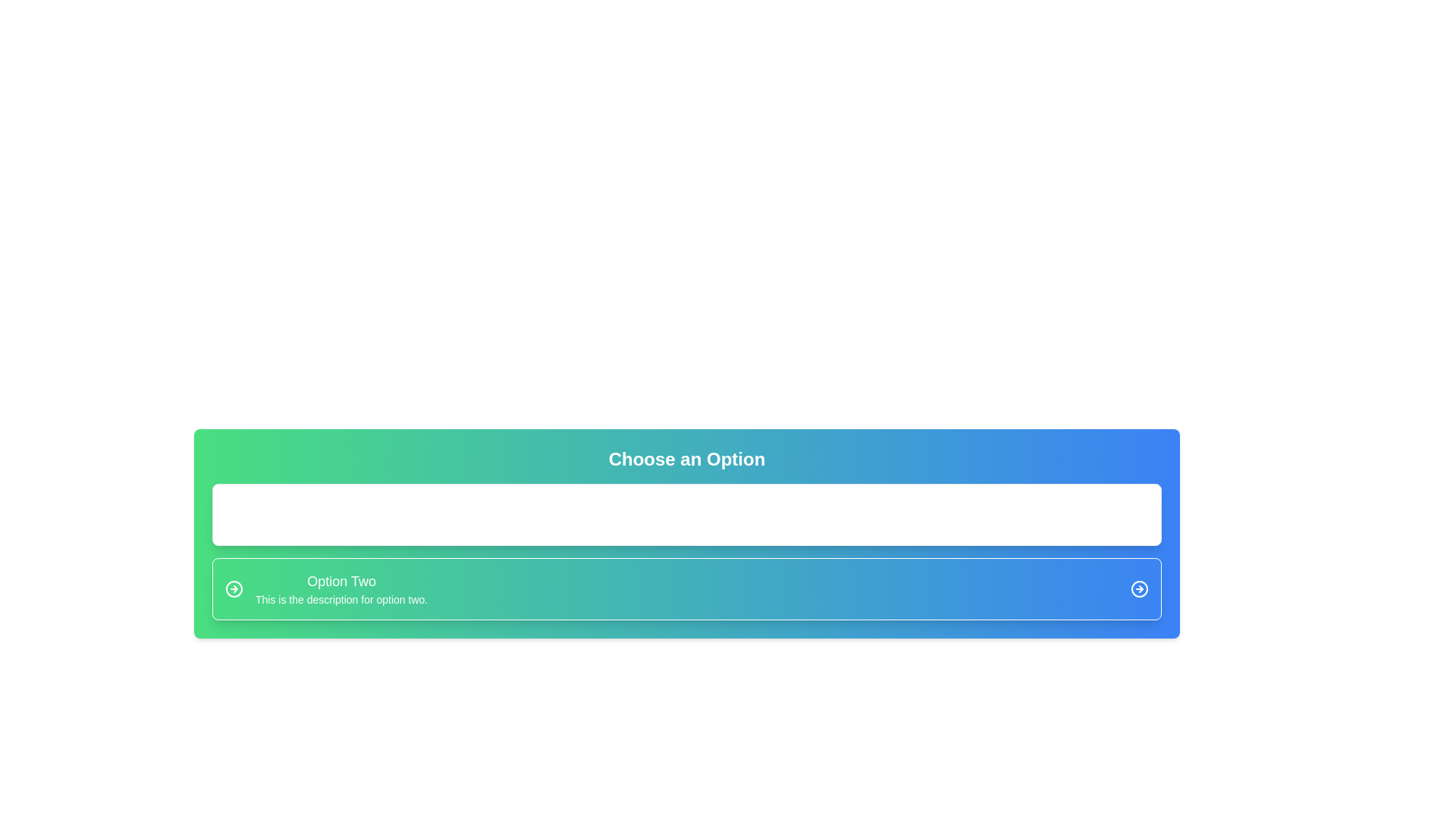 Image resolution: width=1456 pixels, height=819 pixels. Describe the element at coordinates (340, 598) in the screenshot. I see `supplementary information provided by the text label located below 'Option Two' in the second card of the option list` at that location.